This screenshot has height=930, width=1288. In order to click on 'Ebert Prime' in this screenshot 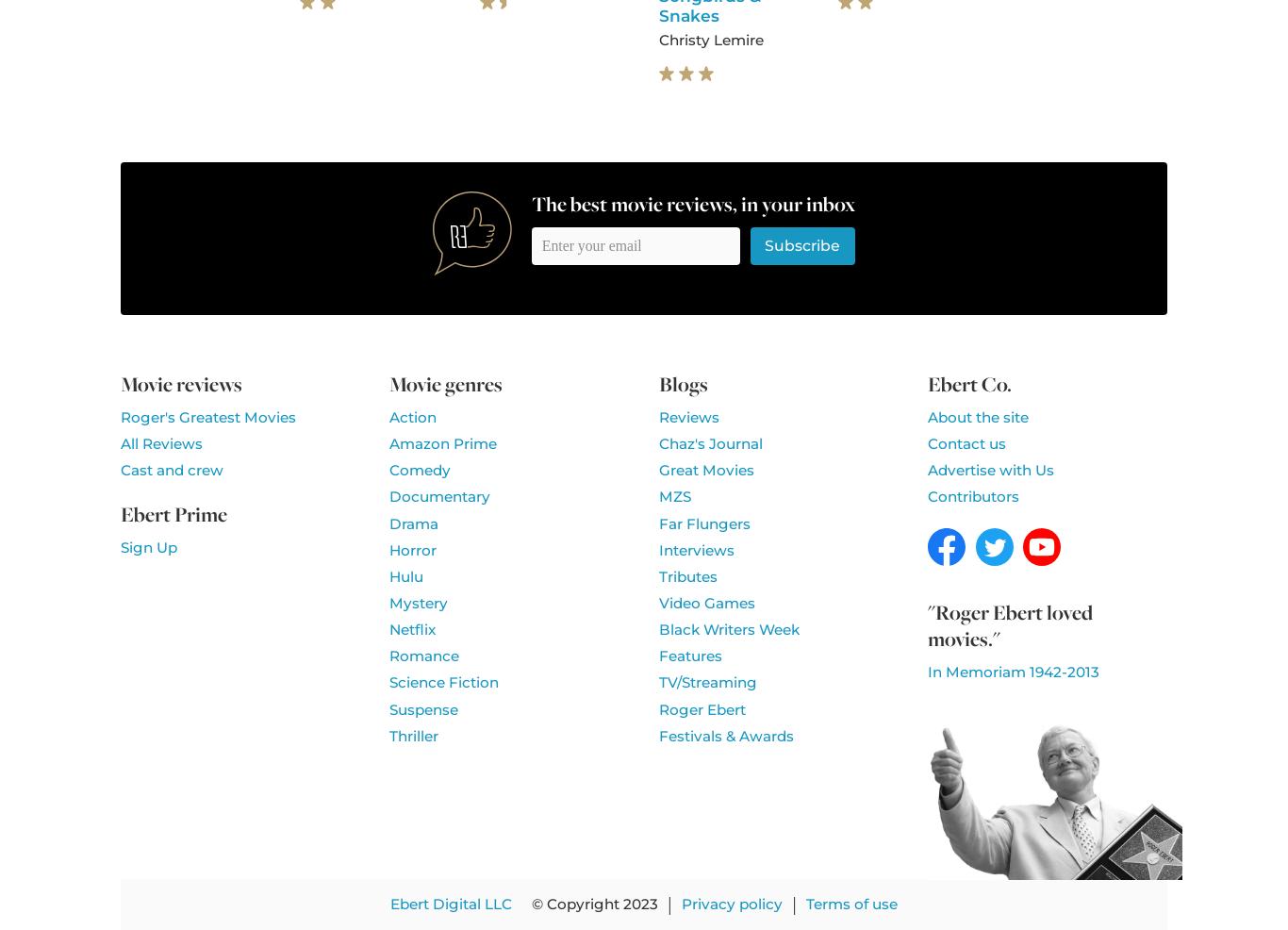, I will do `click(173, 512)`.